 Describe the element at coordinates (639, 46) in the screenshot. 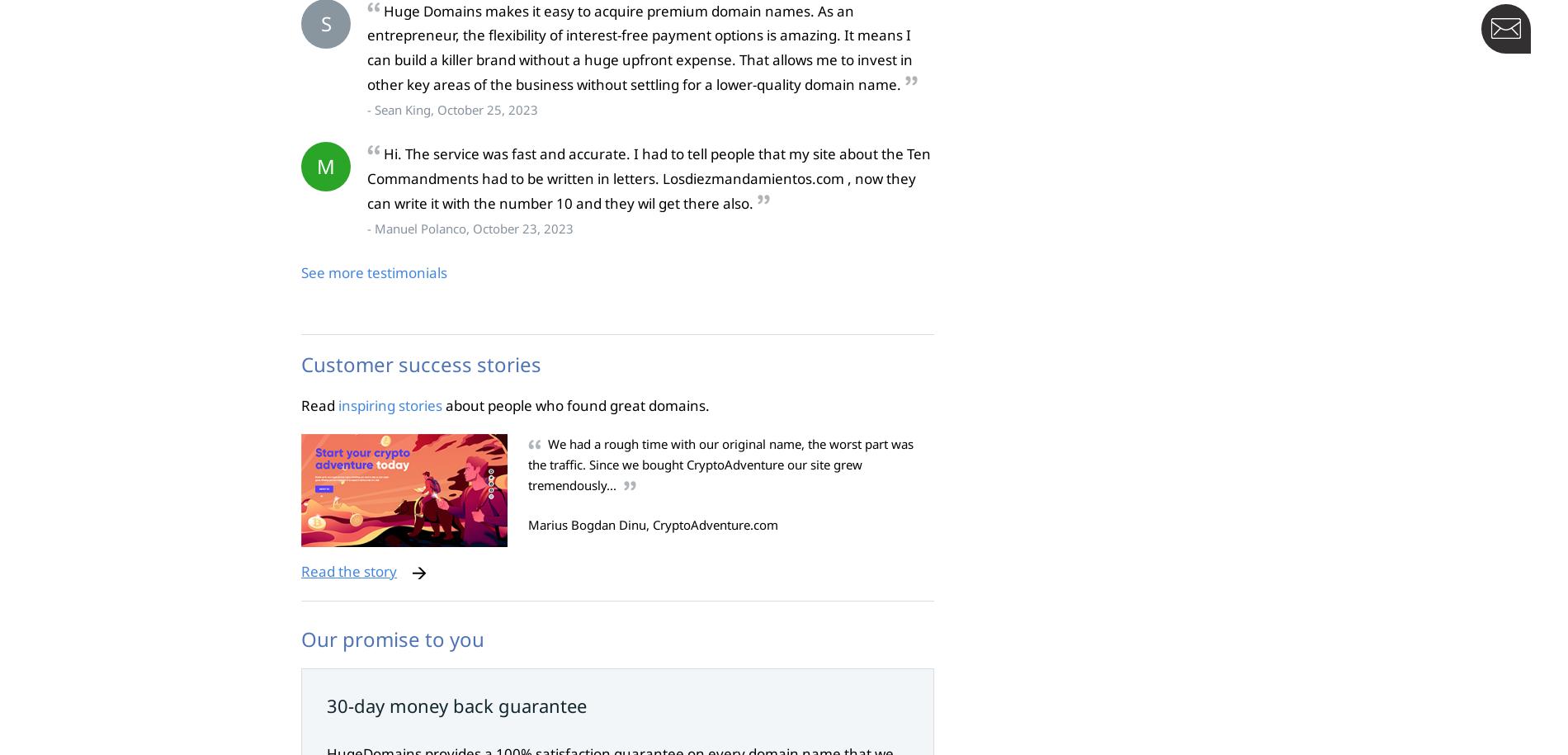

I see `'Huge Domains makes it easy to acquire premium domain names. As an entrepreneur, the flexibility of interest-free payment options is amazing. It means I can build a killer brand without a huge upfront expense. That allows me to invest in other key areas of the business without settling for a lower-quality domain name.'` at that location.